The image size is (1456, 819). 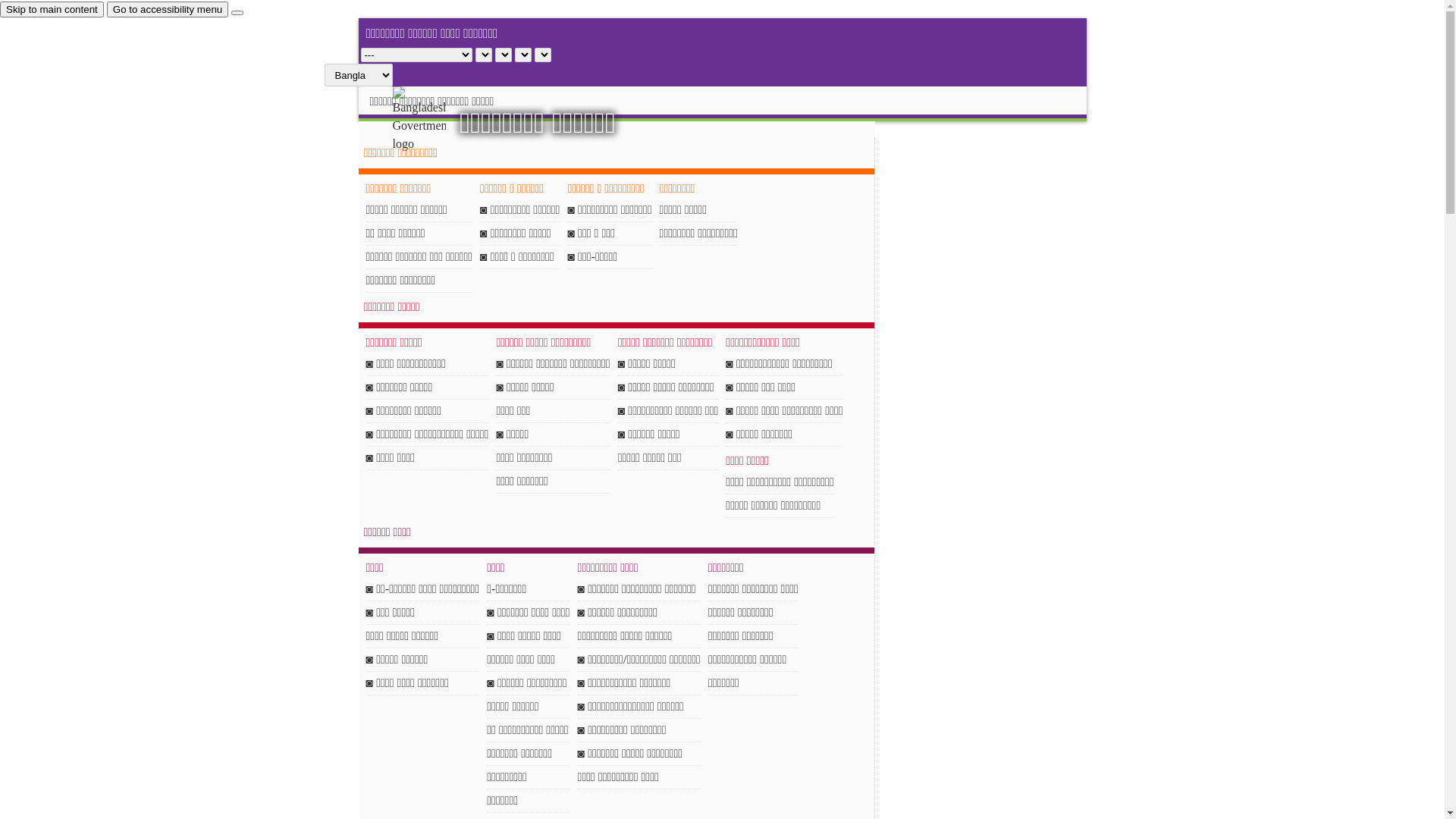 What do you see at coordinates (236, 12) in the screenshot?
I see `'close'` at bounding box center [236, 12].